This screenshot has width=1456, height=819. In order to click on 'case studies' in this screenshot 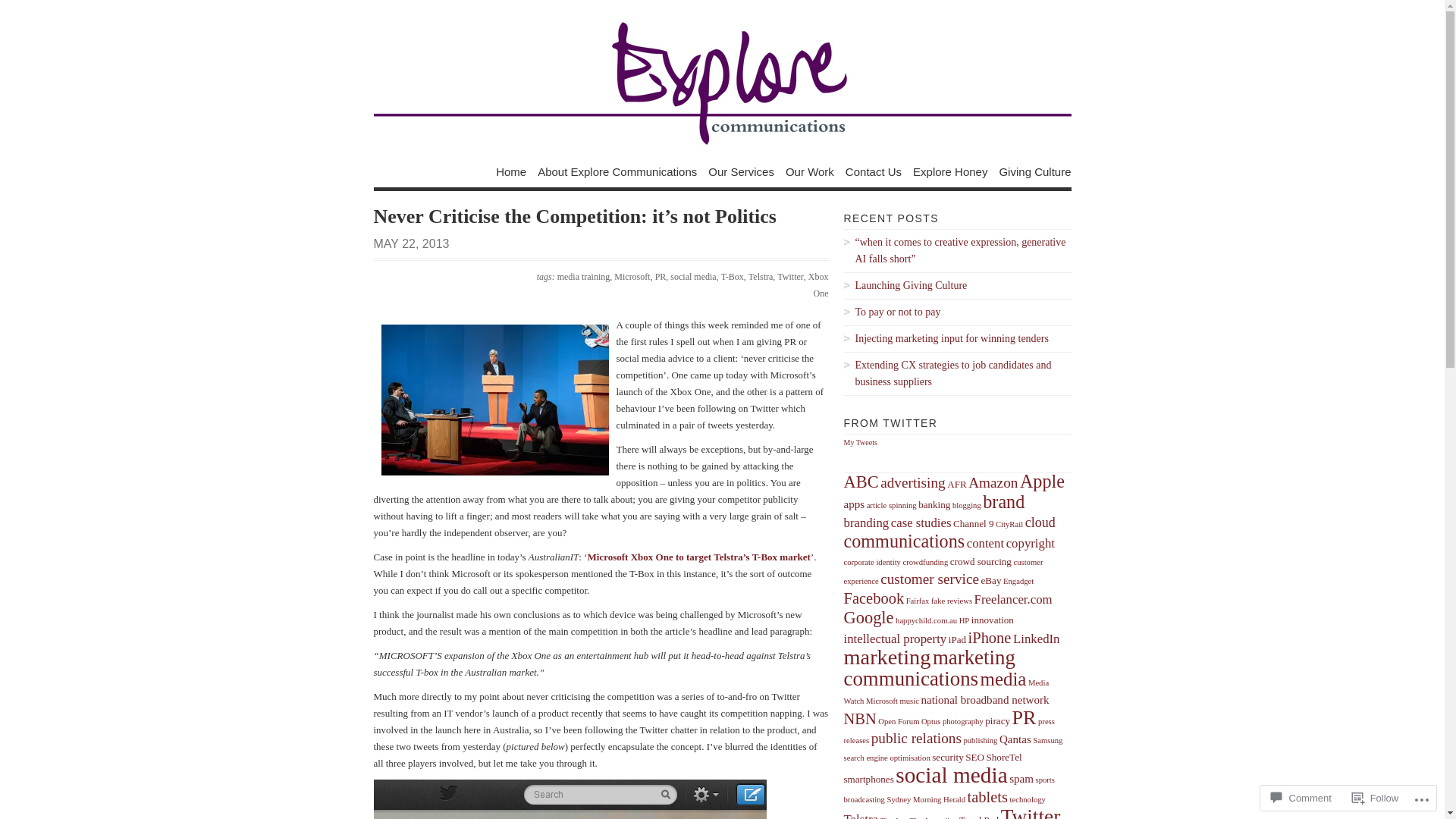, I will do `click(920, 522)`.